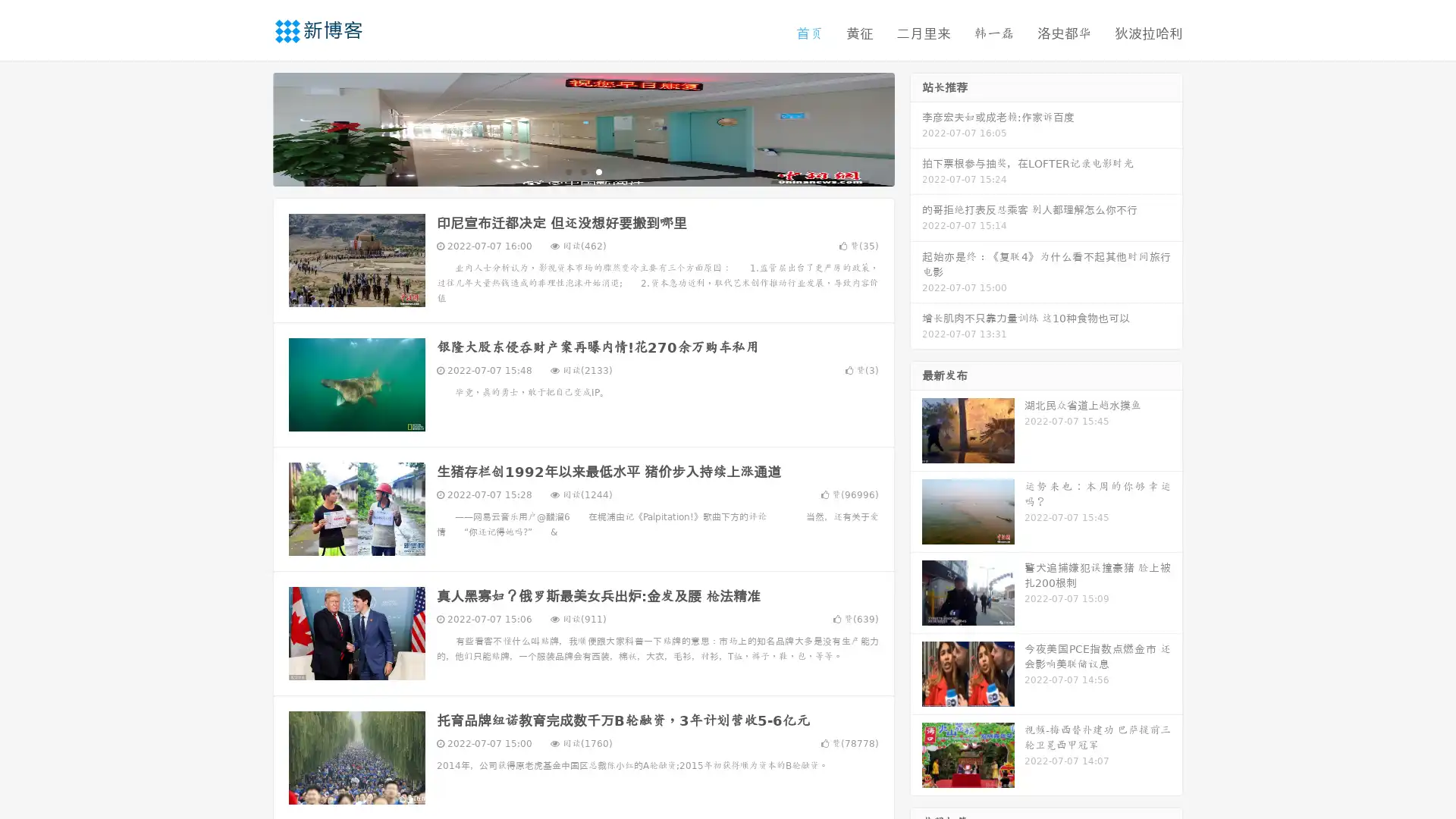  Describe the element at coordinates (567, 171) in the screenshot. I see `Go to slide 1` at that location.